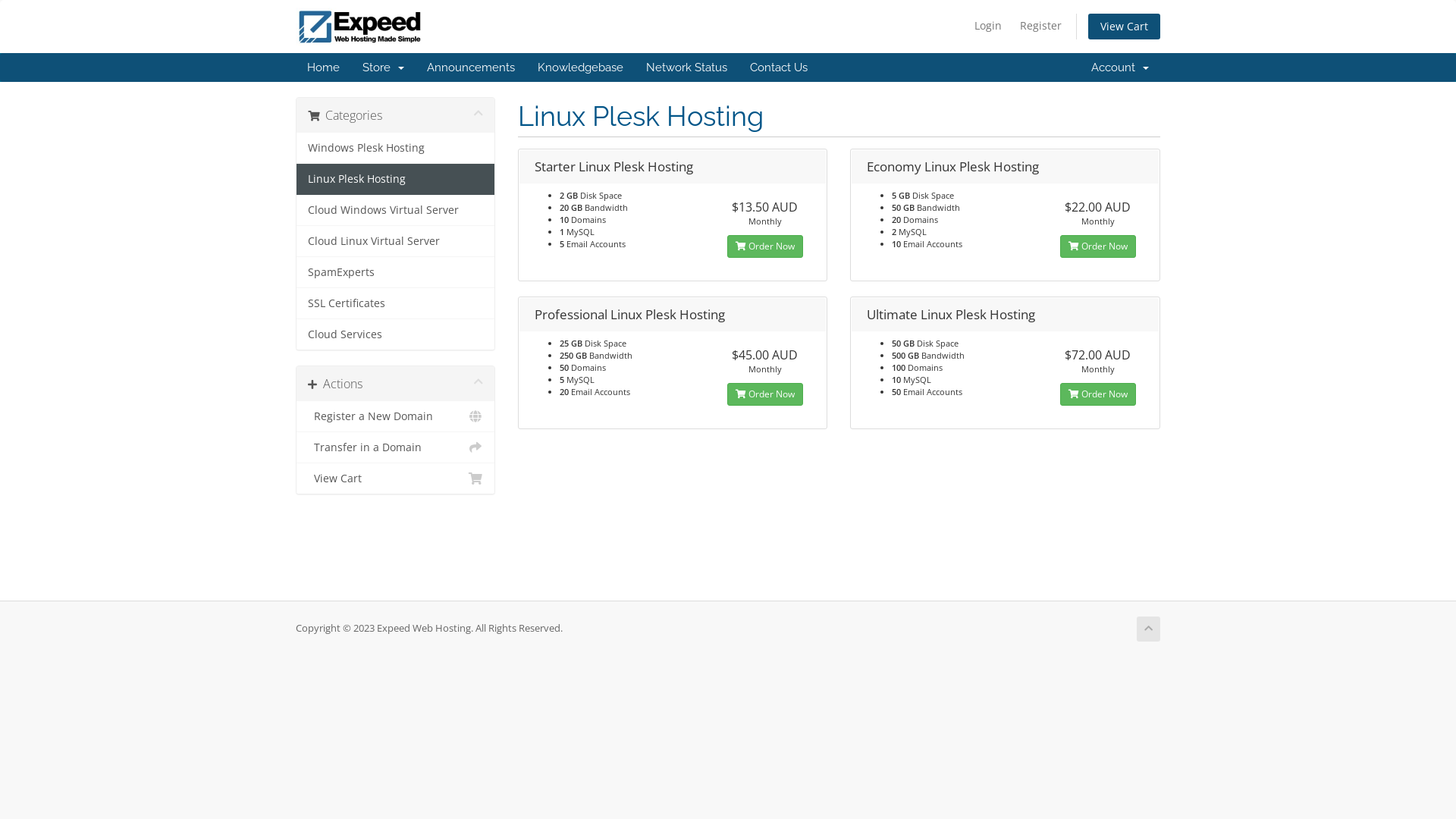  I want to click on '  Transfer in a Domain', so click(395, 447).